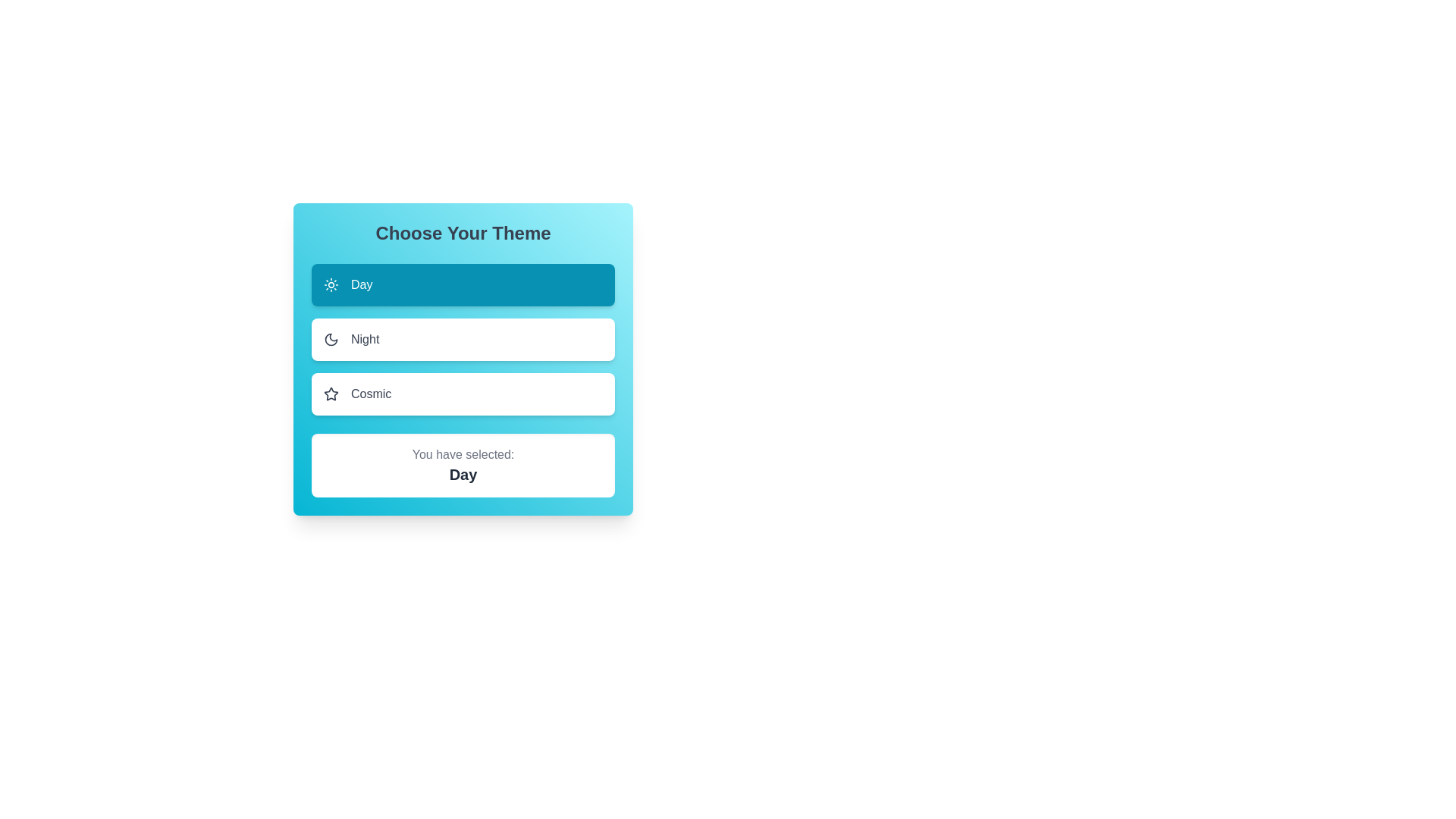 This screenshot has height=819, width=1456. I want to click on the text label that reads 'Choose Your Theme', which is styled with bold, extra-large gray font at the top-center of the gradient background box, so click(462, 234).